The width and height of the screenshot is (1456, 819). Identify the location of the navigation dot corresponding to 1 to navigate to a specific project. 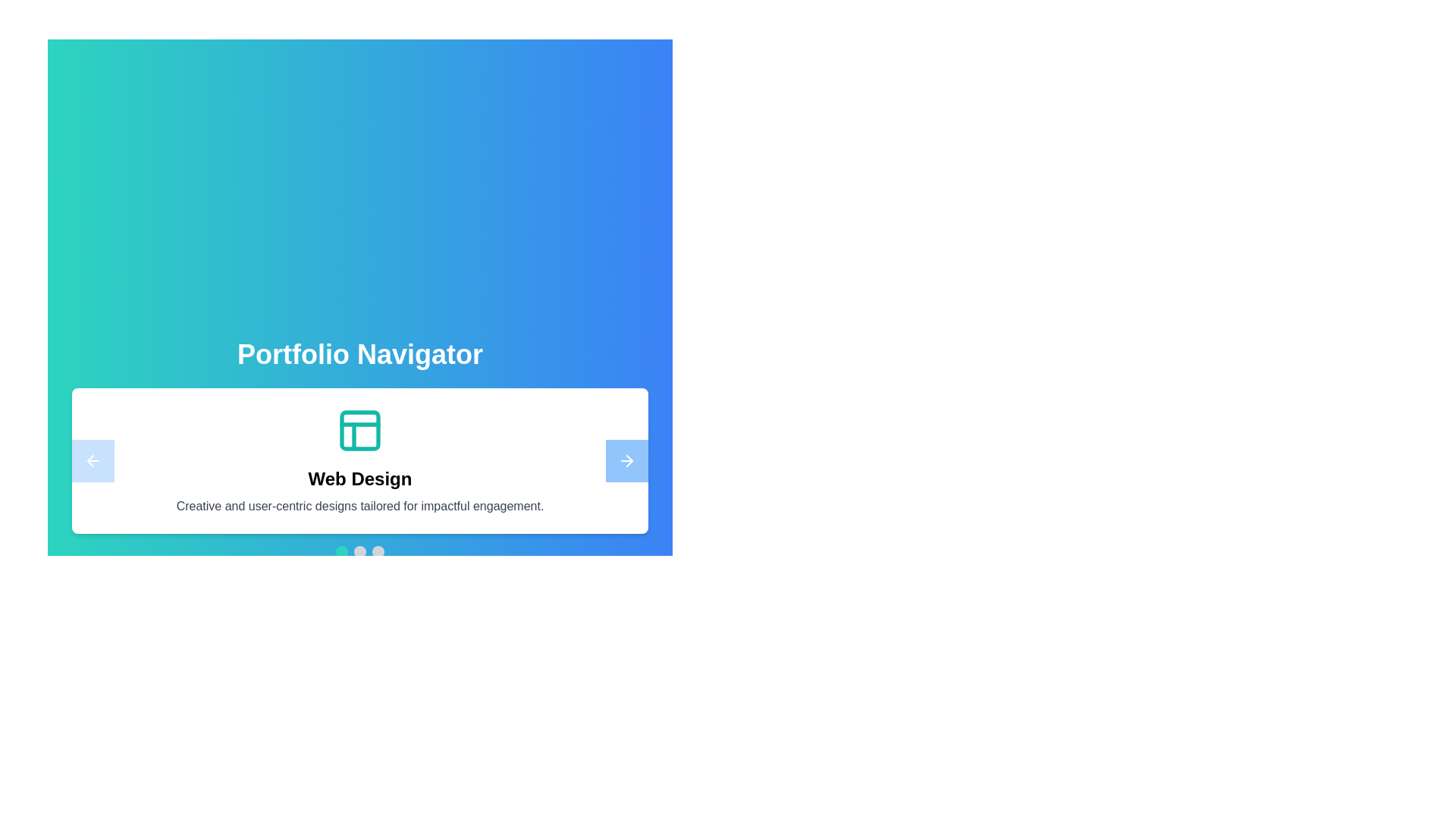
(359, 552).